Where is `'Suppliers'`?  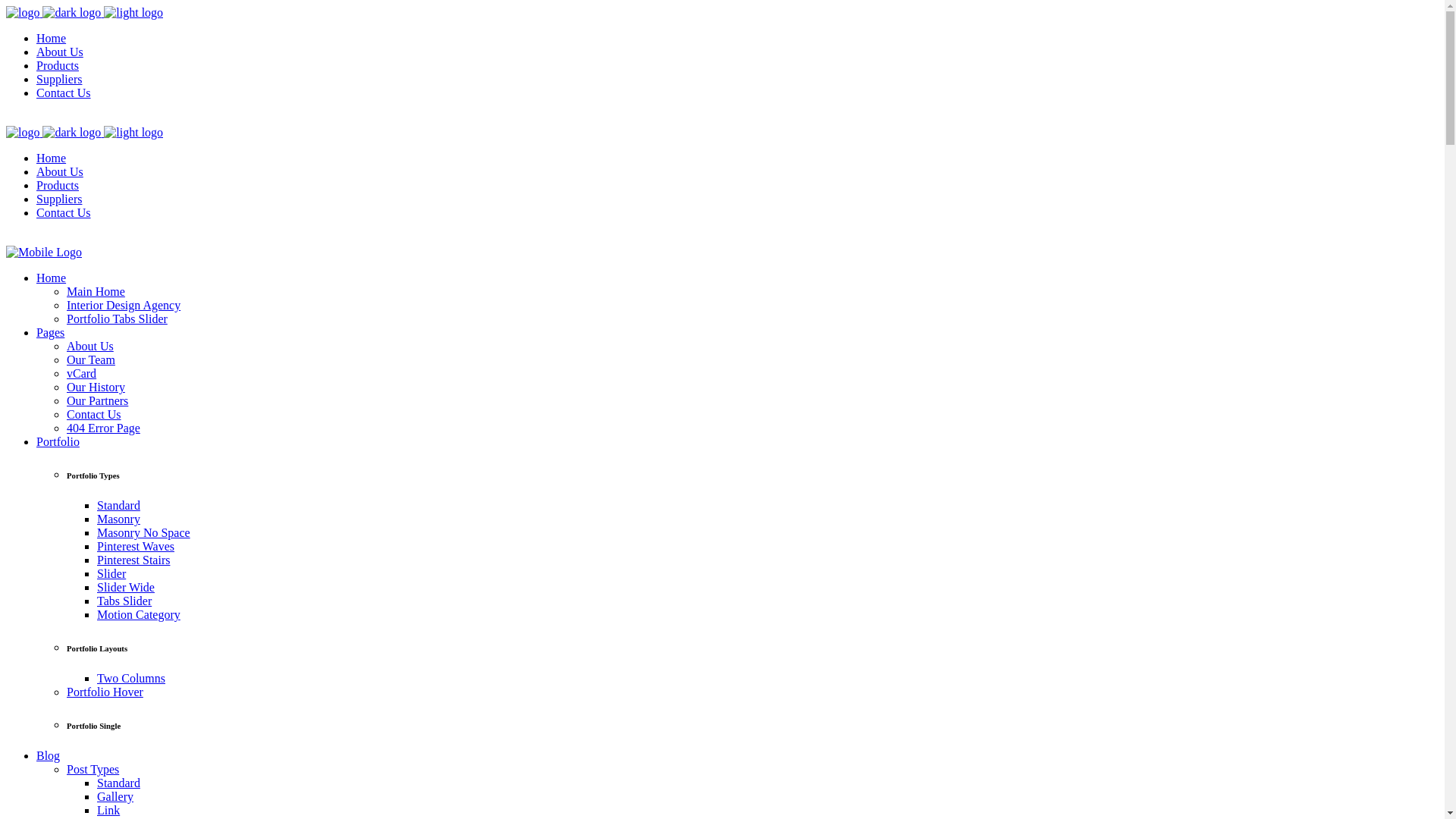
'Suppliers' is located at coordinates (58, 198).